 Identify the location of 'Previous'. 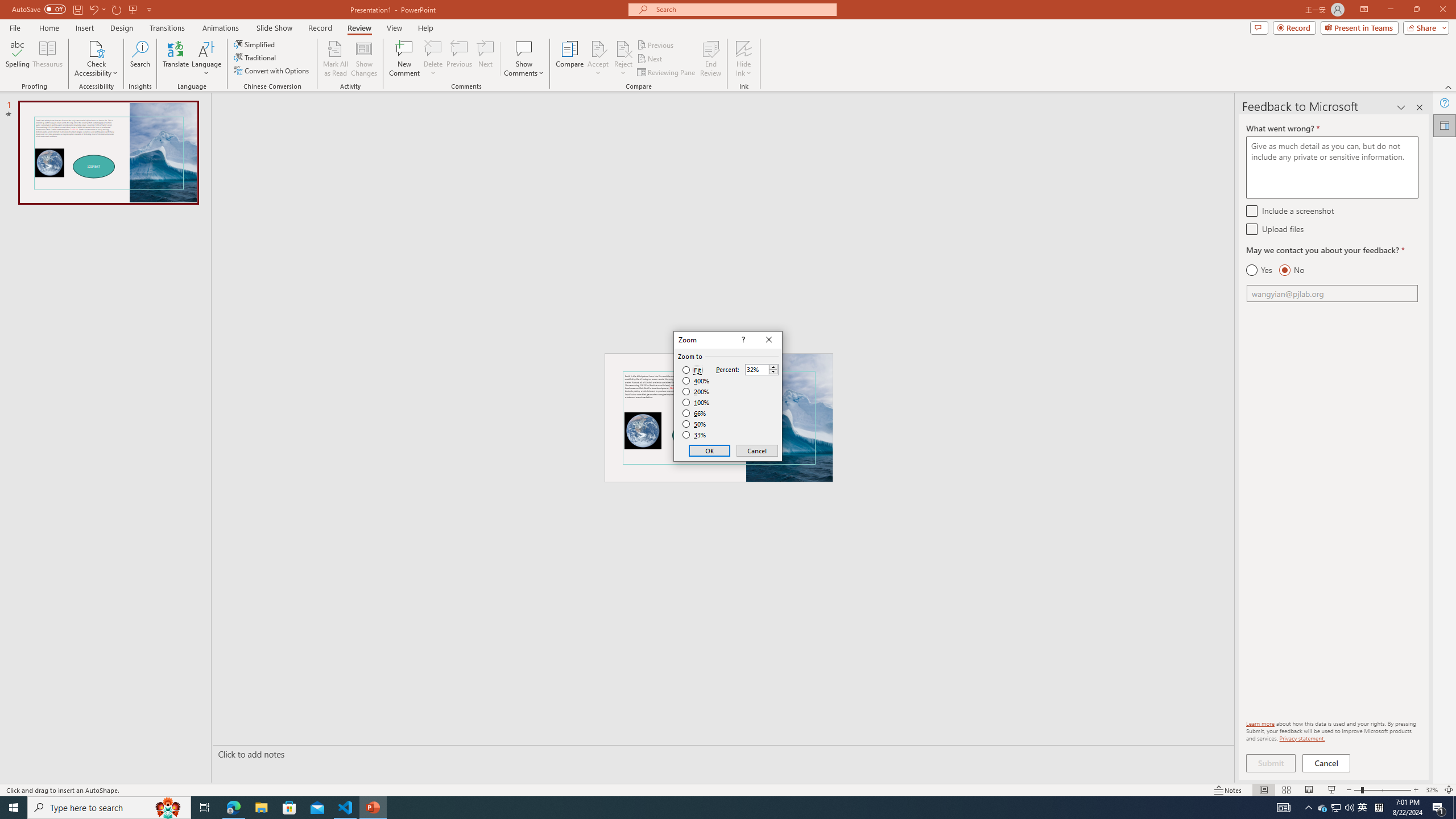
(656, 44).